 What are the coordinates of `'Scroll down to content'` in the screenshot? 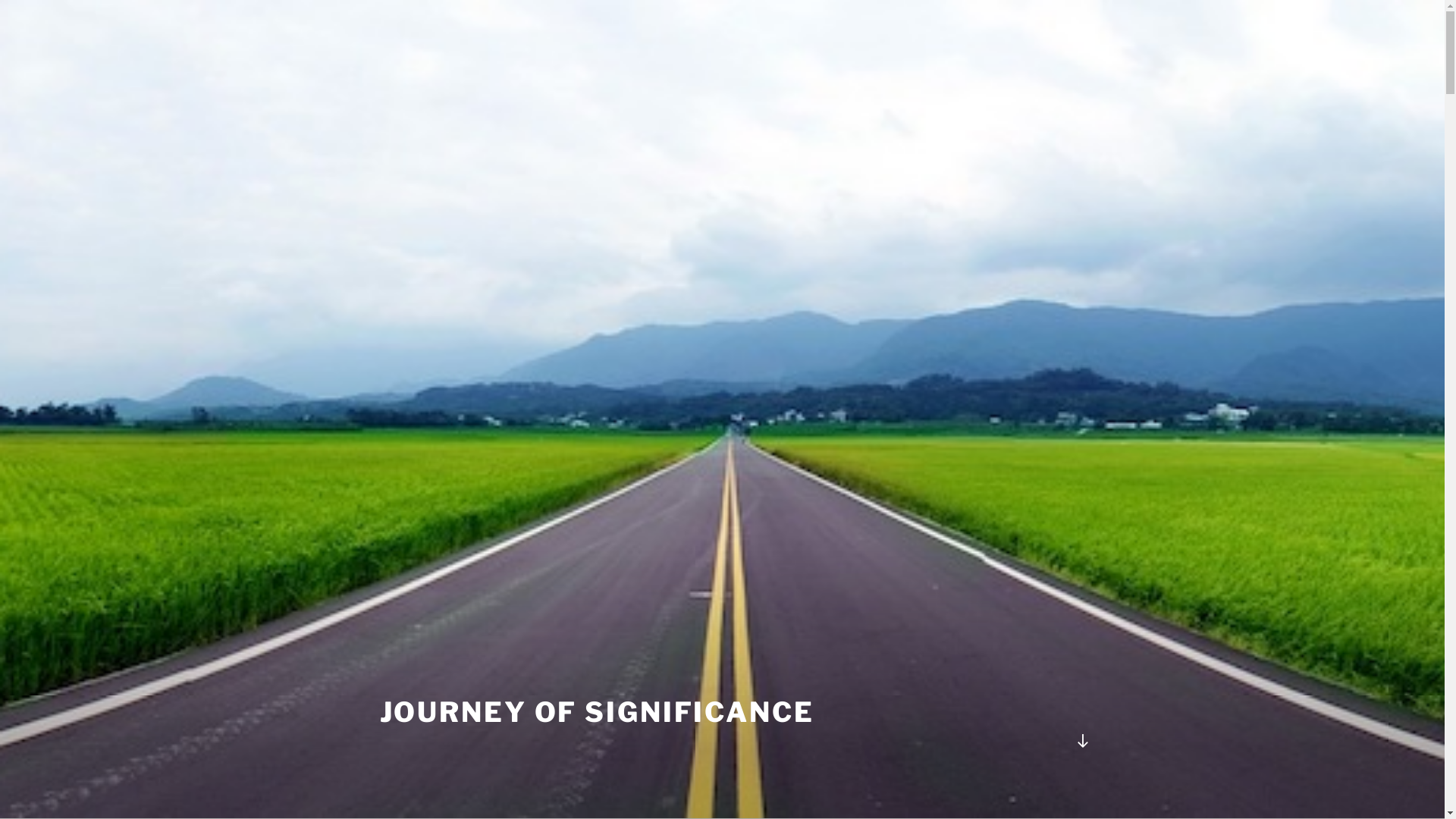 It's located at (1081, 739).